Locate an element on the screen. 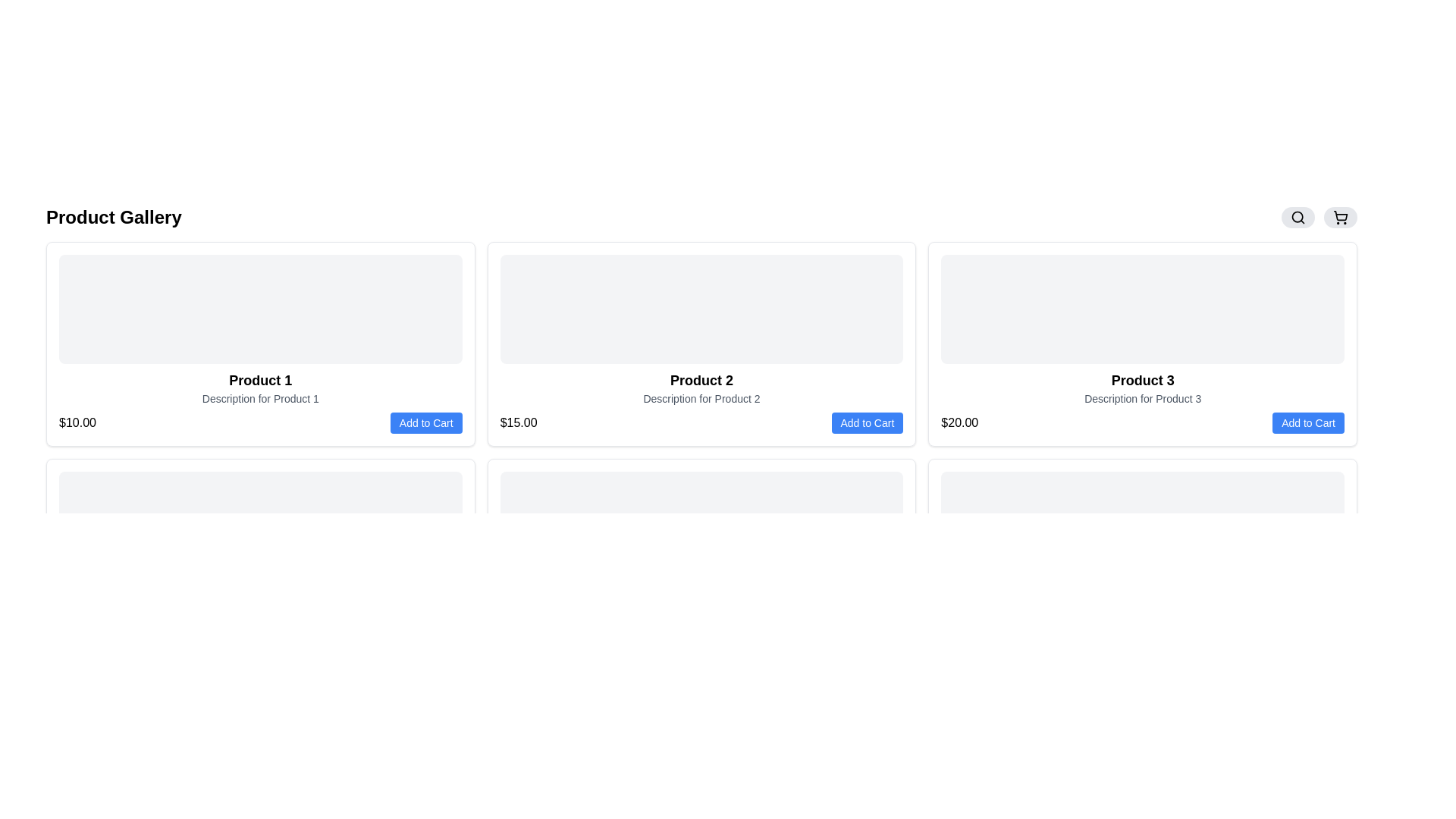  text content displayed as '$20.00', which is located below the 'Product 3' title and aligned to the left side of the 'Add to Cart' button is located at coordinates (959, 423).